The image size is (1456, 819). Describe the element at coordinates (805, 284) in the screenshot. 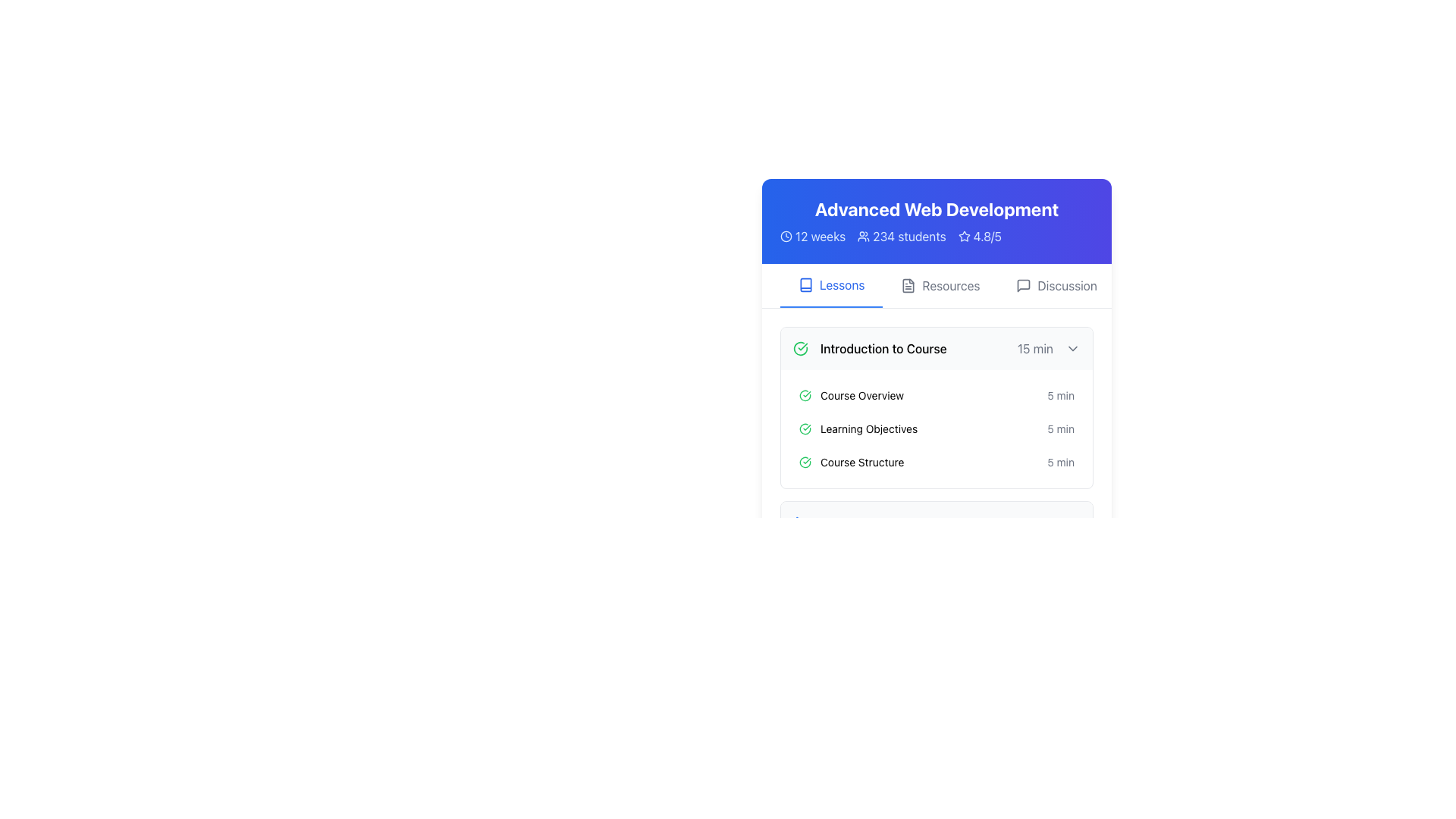

I see `the SVG icon resembling a book located in the header section of the interface, aligned to the left within the 'Lessons' tab` at that location.